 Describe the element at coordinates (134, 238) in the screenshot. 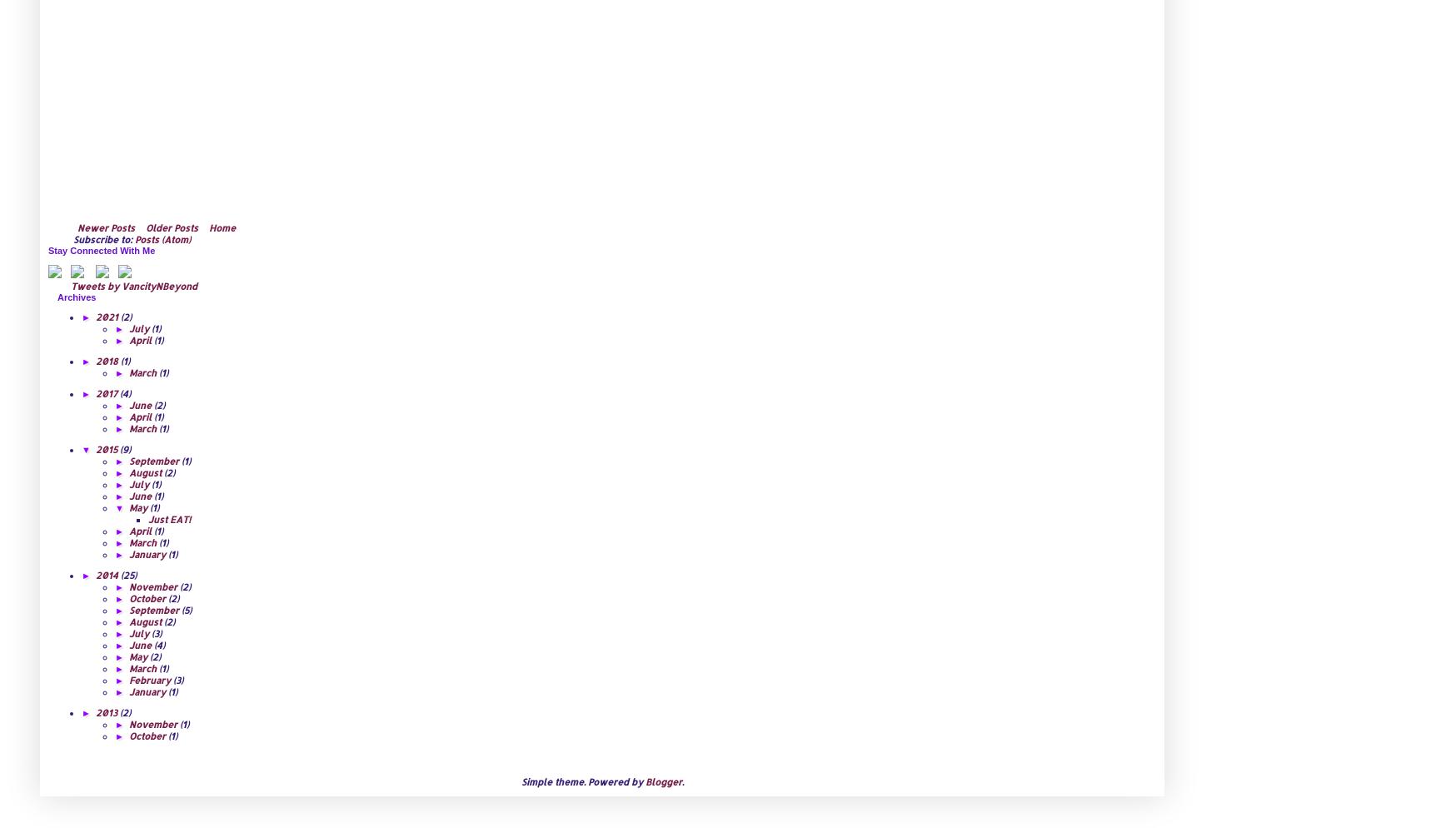

I see `'Posts (Atom)'` at that location.